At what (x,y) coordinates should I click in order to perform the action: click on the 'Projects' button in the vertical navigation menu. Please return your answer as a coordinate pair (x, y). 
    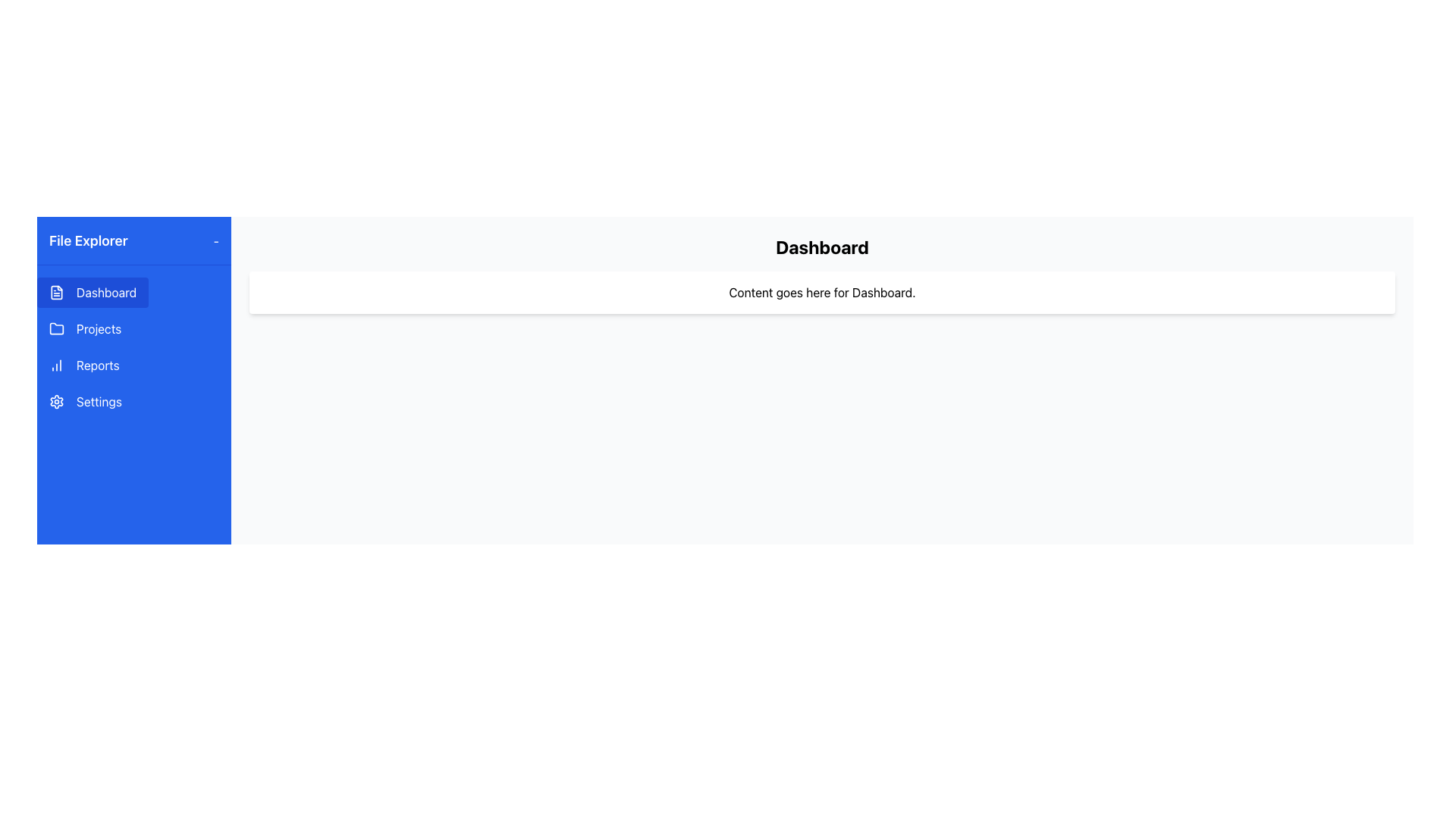
    Looking at the image, I should click on (84, 328).